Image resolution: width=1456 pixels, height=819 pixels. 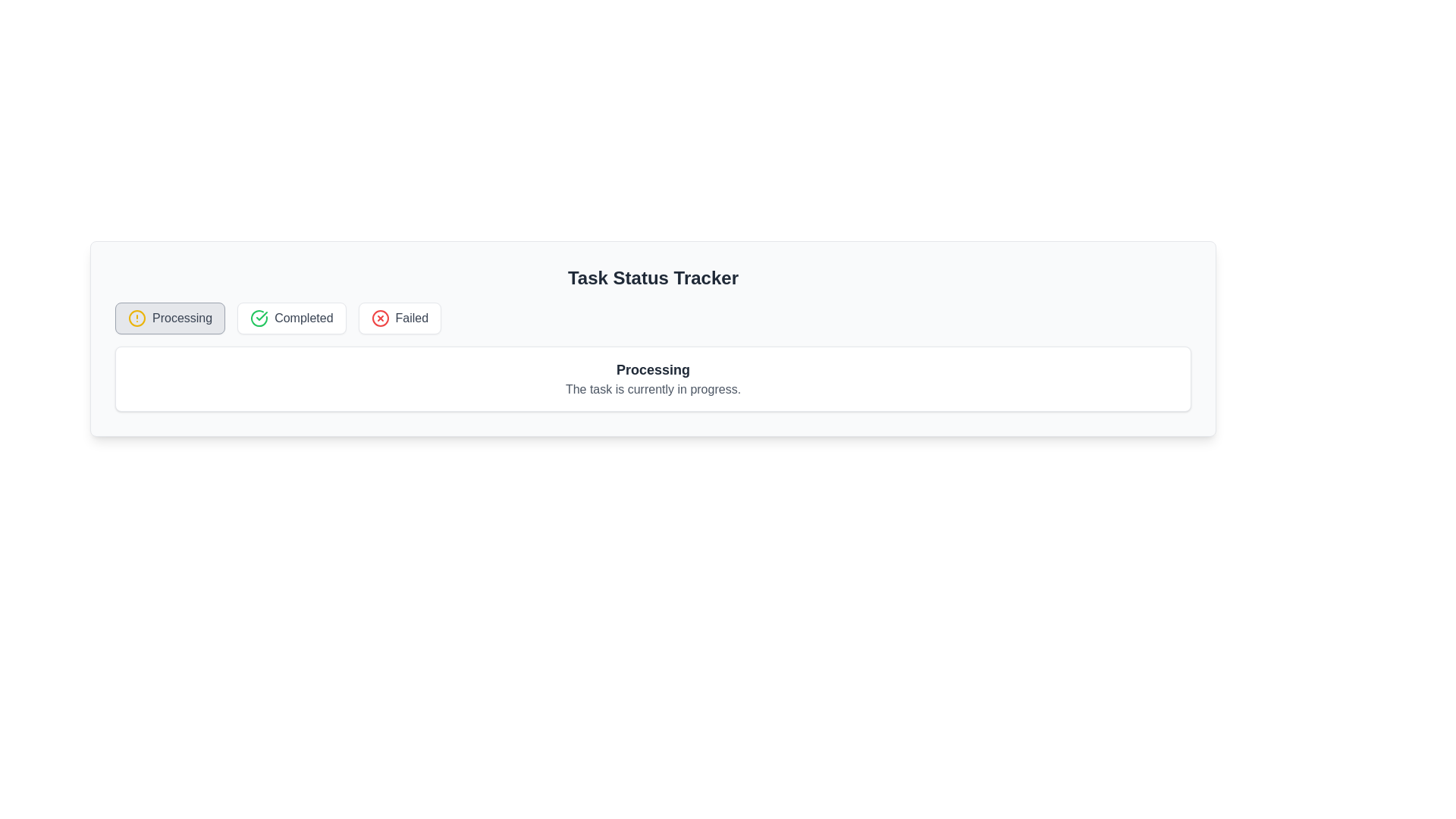 What do you see at coordinates (137, 318) in the screenshot?
I see `the SVG-based warning icon inside the 'Processing' button on the leftmost side of the status indicator bar` at bounding box center [137, 318].